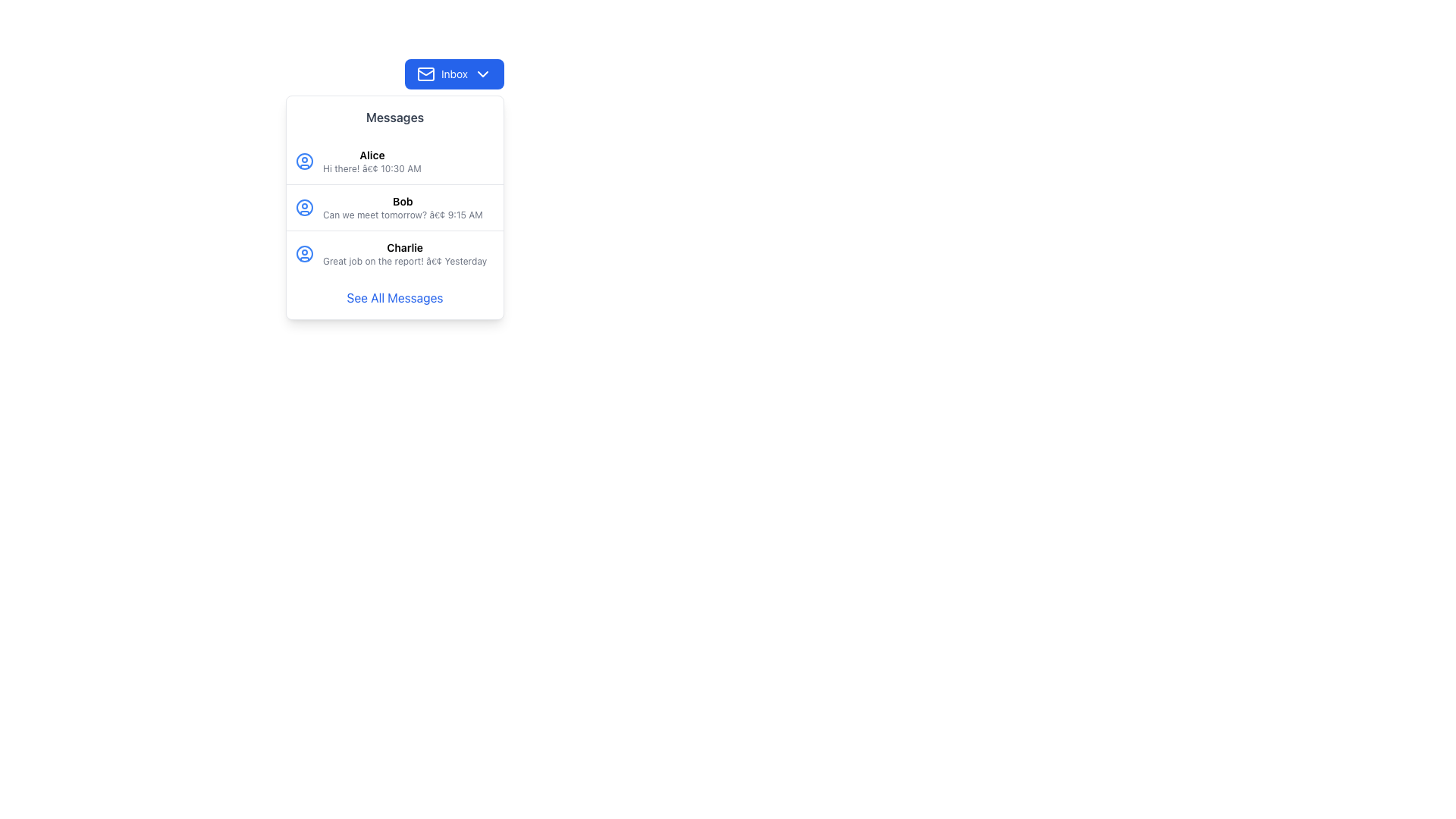  What do you see at coordinates (403, 201) in the screenshot?
I see `the content of the text label displaying the name 'Bob', which is bold and distinct, located below the first message item 'Alice' and above the third item 'Charlie'` at bounding box center [403, 201].